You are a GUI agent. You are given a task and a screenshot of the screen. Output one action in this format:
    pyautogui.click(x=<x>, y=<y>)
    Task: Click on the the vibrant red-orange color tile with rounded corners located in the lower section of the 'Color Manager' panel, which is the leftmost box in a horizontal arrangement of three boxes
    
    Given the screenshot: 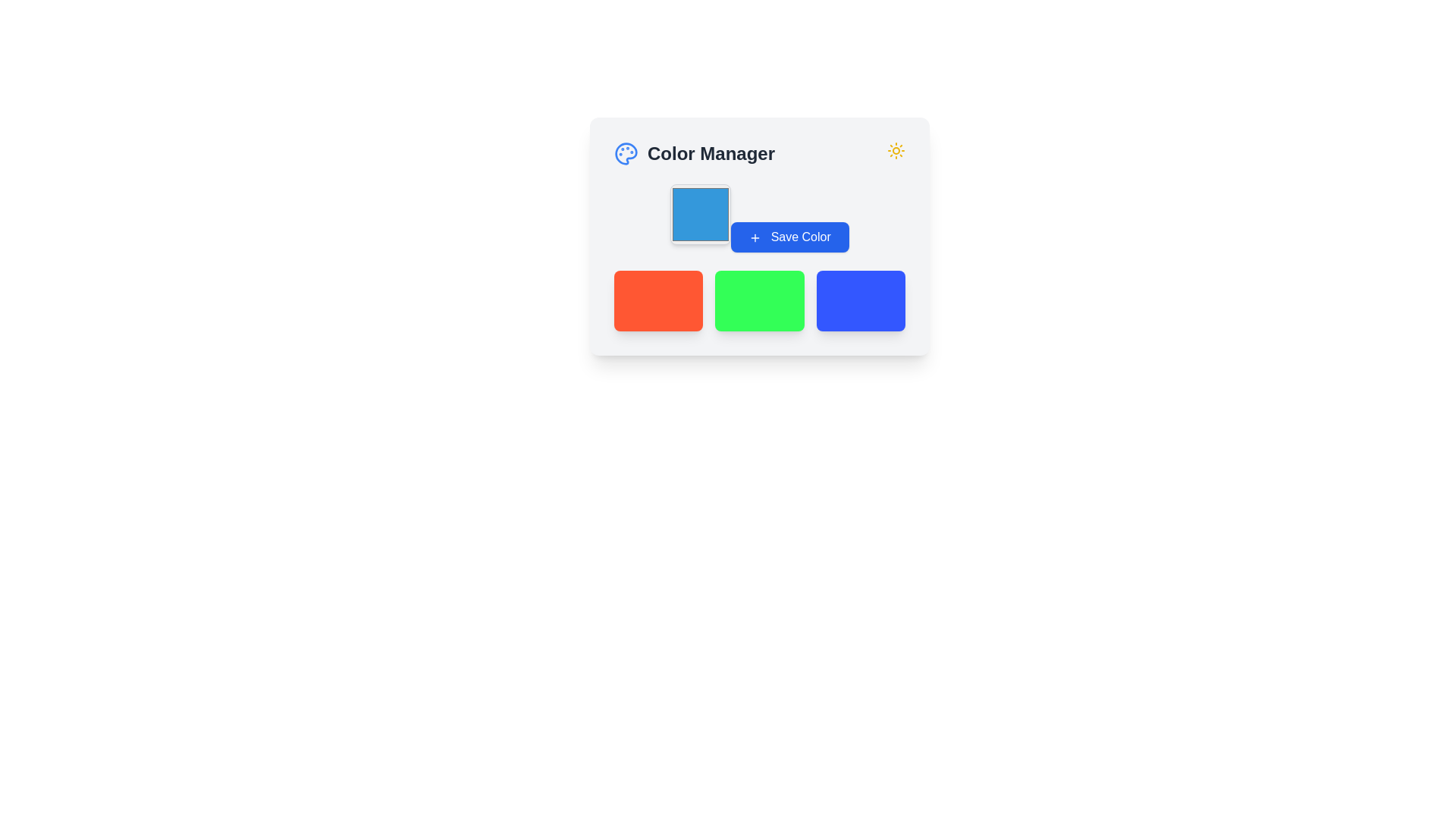 What is the action you would take?
    pyautogui.click(x=658, y=301)
    